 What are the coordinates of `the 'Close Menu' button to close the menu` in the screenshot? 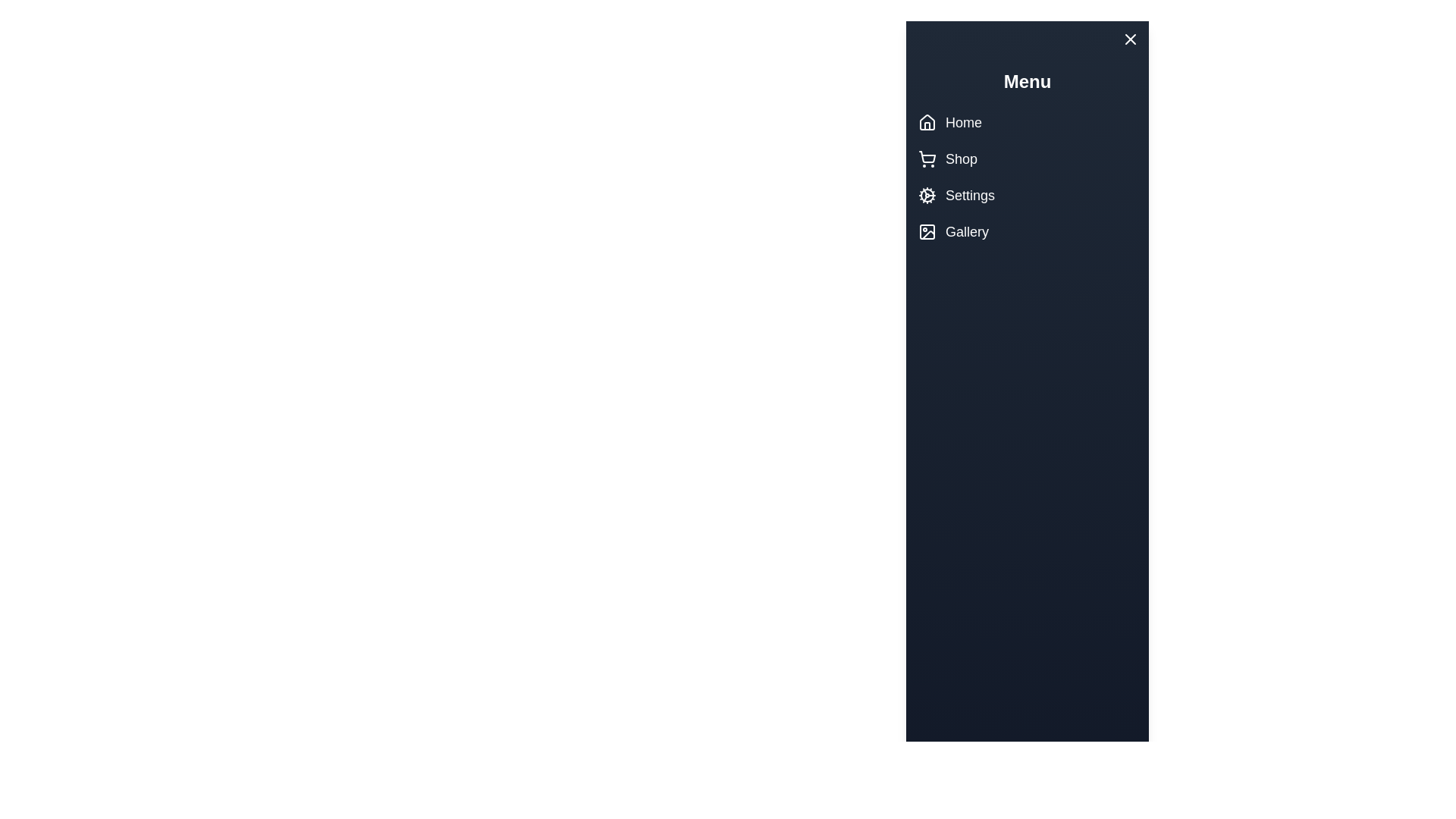 It's located at (1098, 42).